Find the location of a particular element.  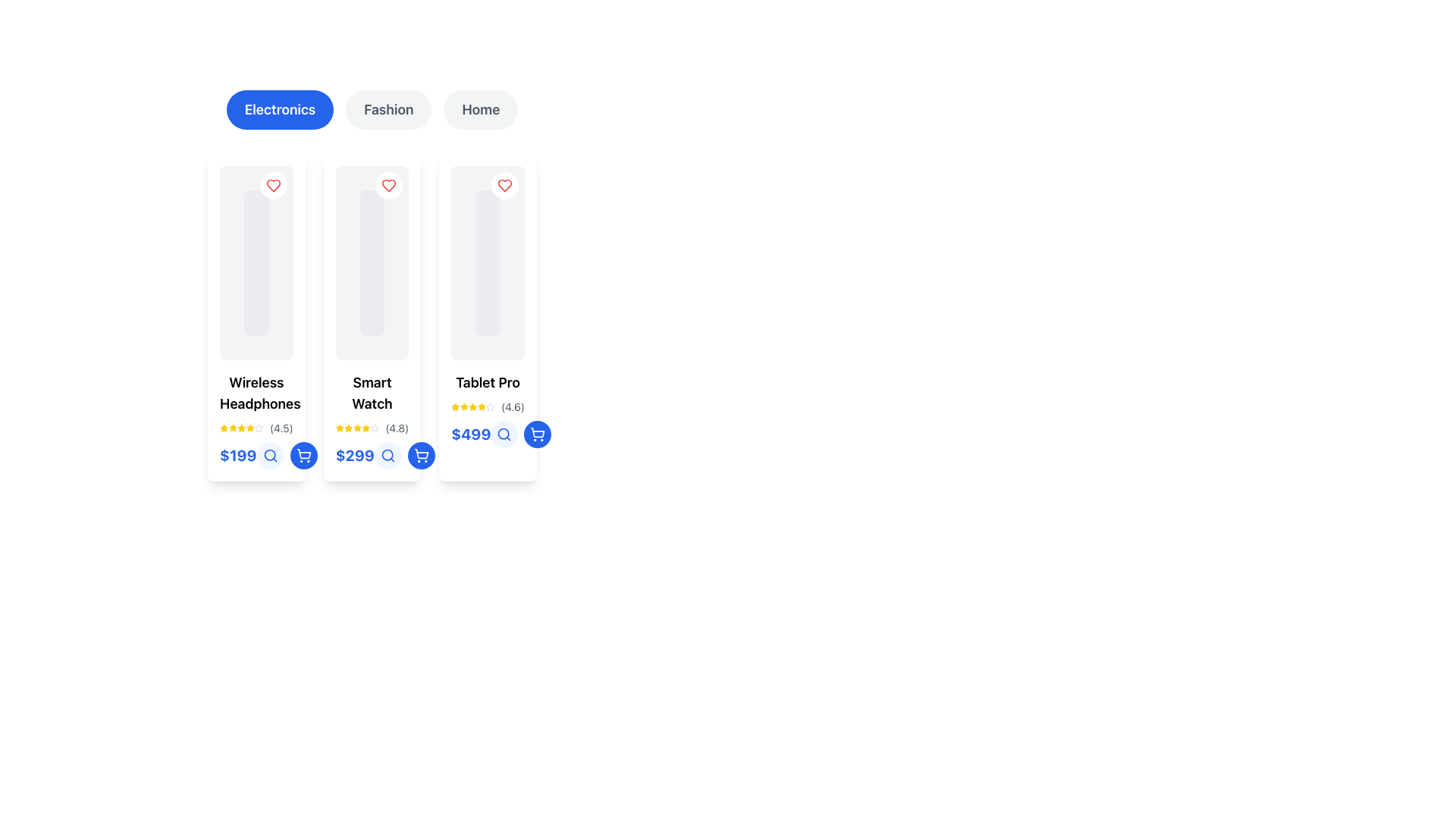

the 'Electronics' button in the horizontal navigation bar at the top of the interface to trigger a visual response is located at coordinates (280, 109).